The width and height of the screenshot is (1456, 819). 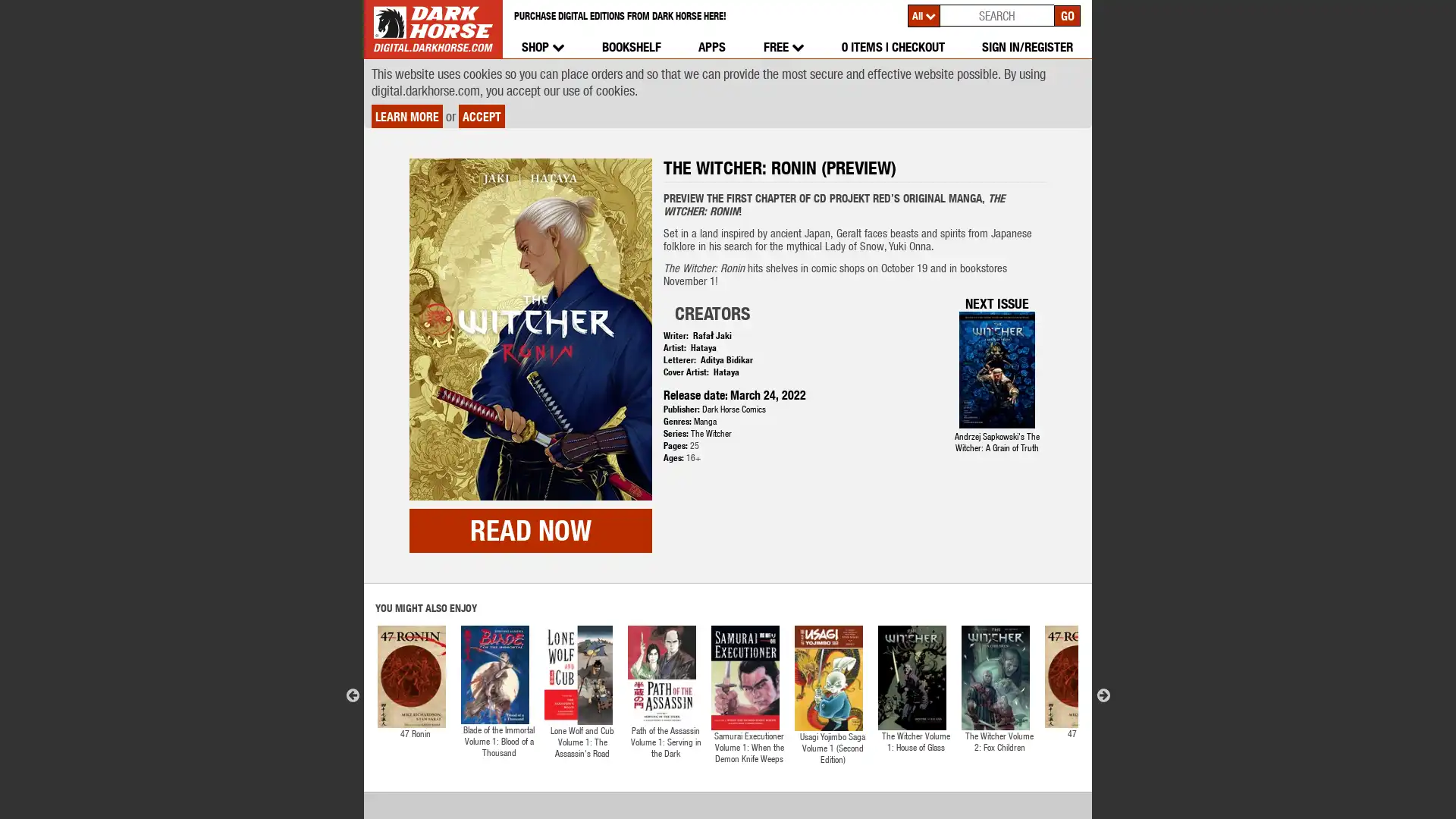 I want to click on GO, so click(x=1066, y=14).